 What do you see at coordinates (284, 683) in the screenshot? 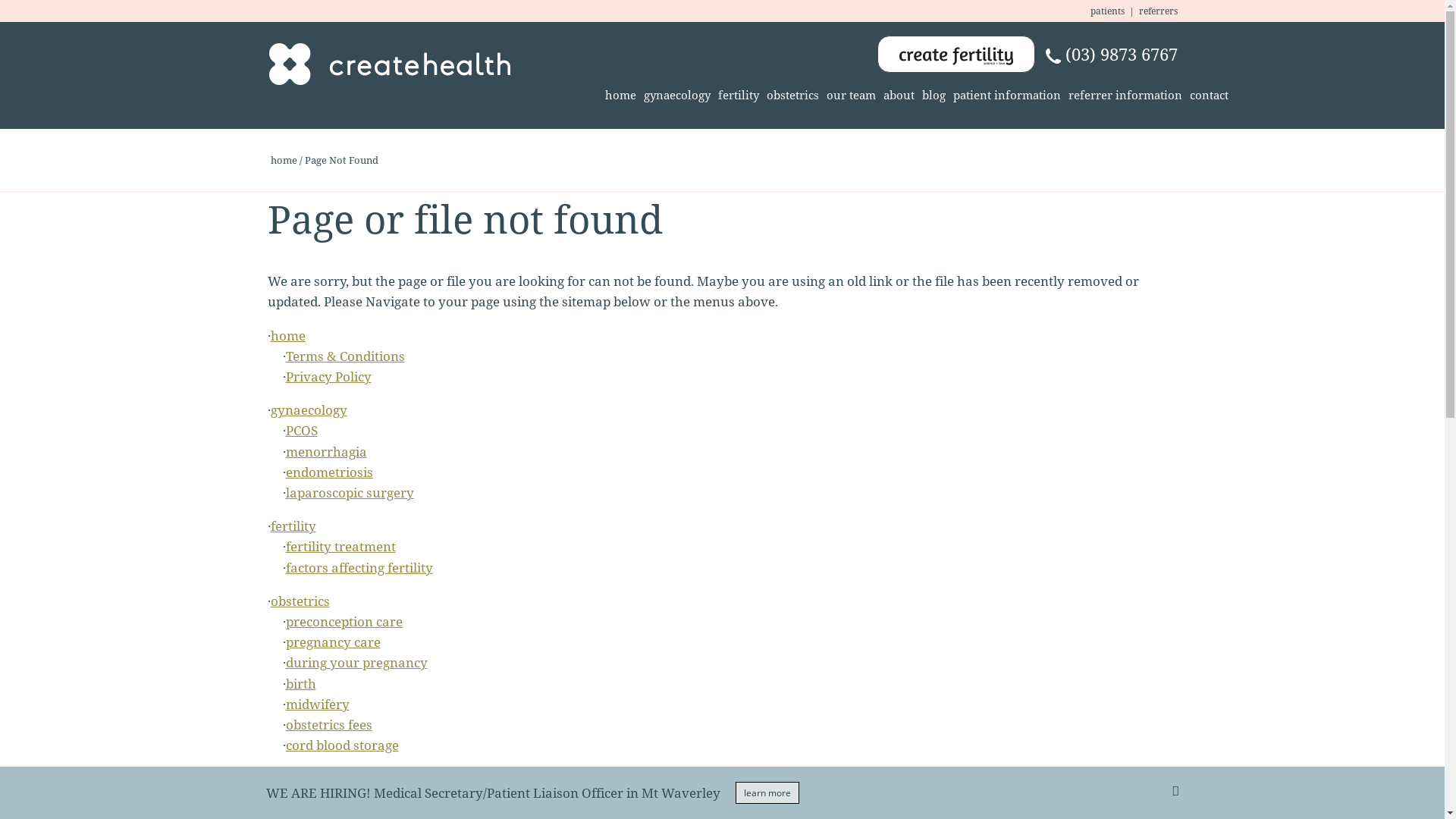
I see `'birth'` at bounding box center [284, 683].